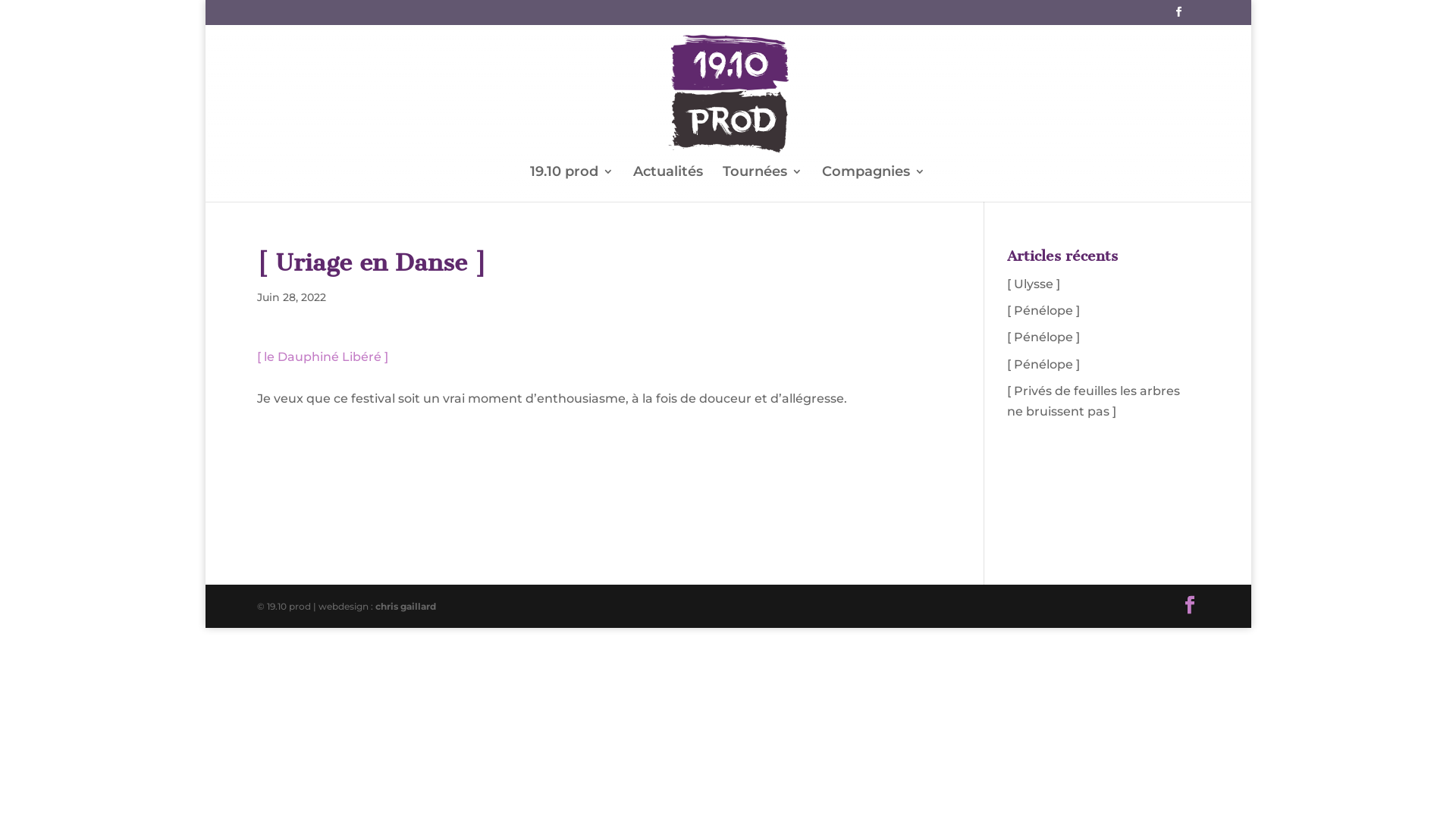 Image resolution: width=1456 pixels, height=819 pixels. Describe the element at coordinates (405, 605) in the screenshot. I see `'chris gaillard'` at that location.